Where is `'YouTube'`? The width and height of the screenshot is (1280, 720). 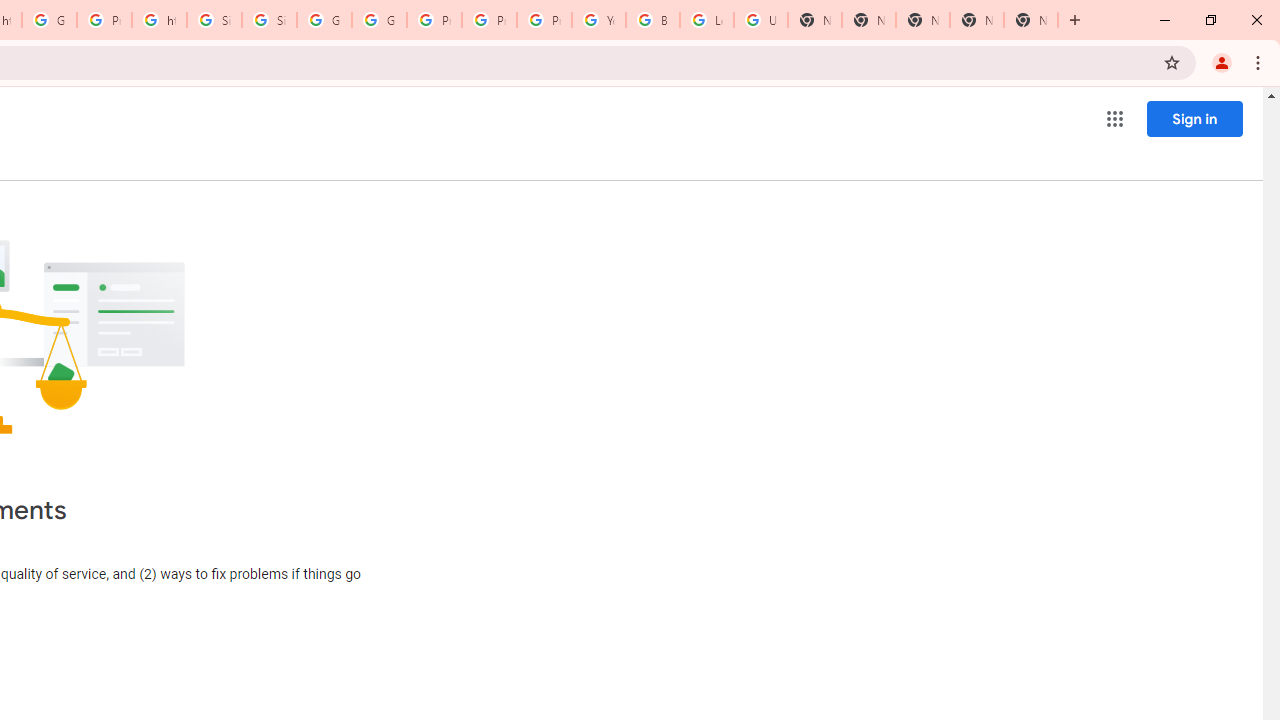 'YouTube' is located at coordinates (598, 20).